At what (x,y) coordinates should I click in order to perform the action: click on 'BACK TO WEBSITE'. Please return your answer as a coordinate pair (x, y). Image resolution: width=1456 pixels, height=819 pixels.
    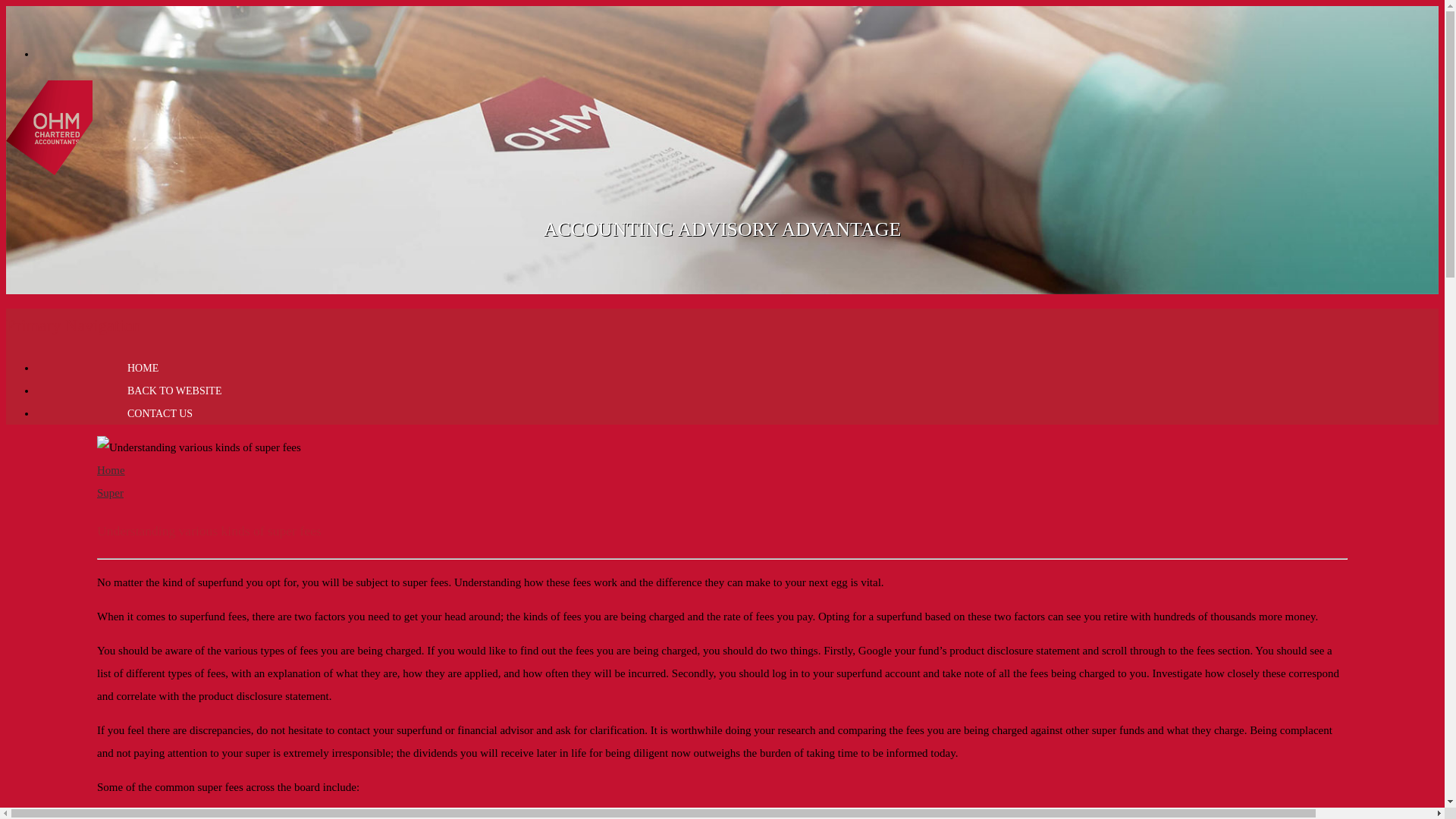
    Looking at the image, I should click on (174, 390).